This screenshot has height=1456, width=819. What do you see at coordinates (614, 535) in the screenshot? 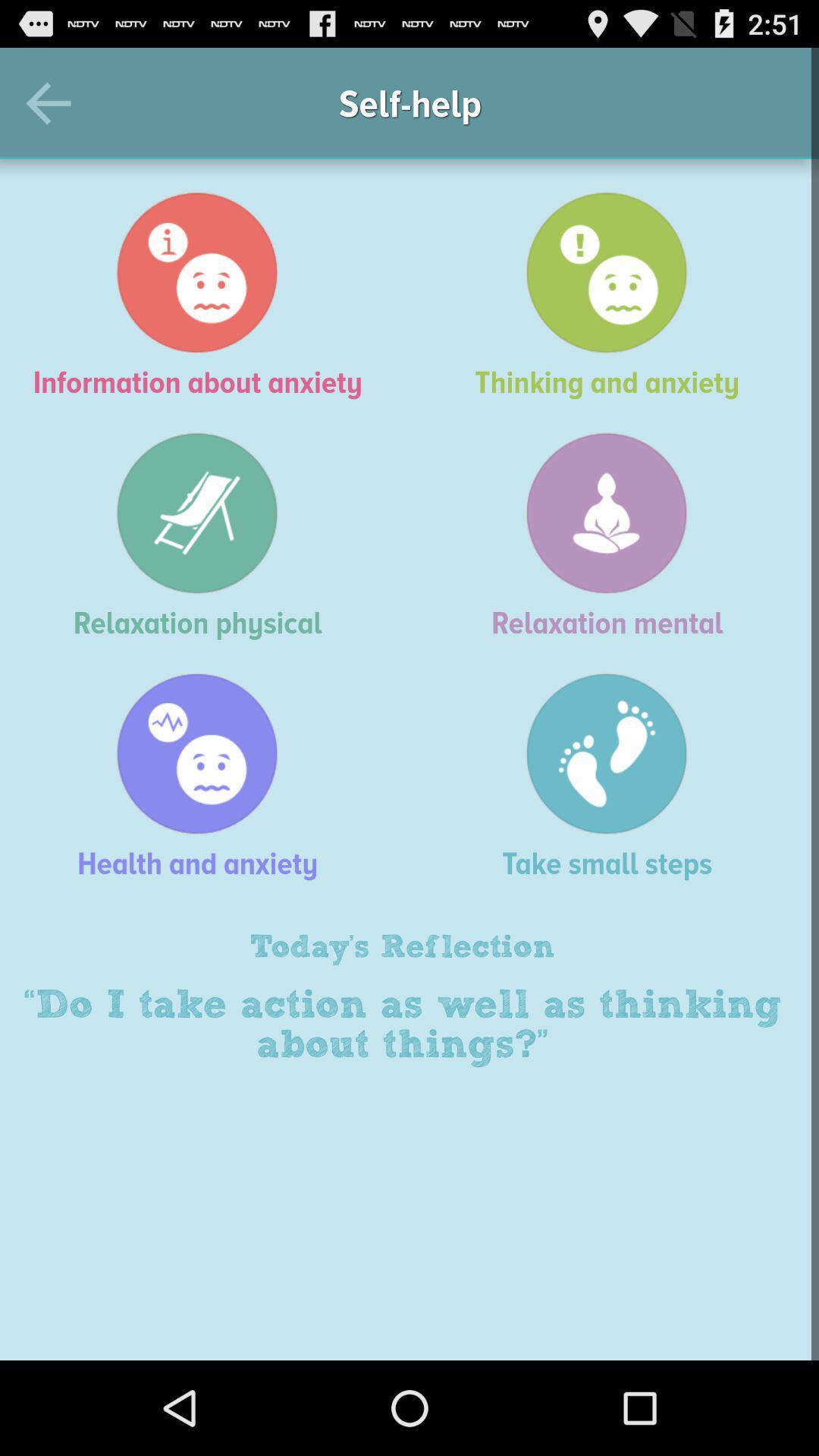
I see `relaxation mental` at bounding box center [614, 535].